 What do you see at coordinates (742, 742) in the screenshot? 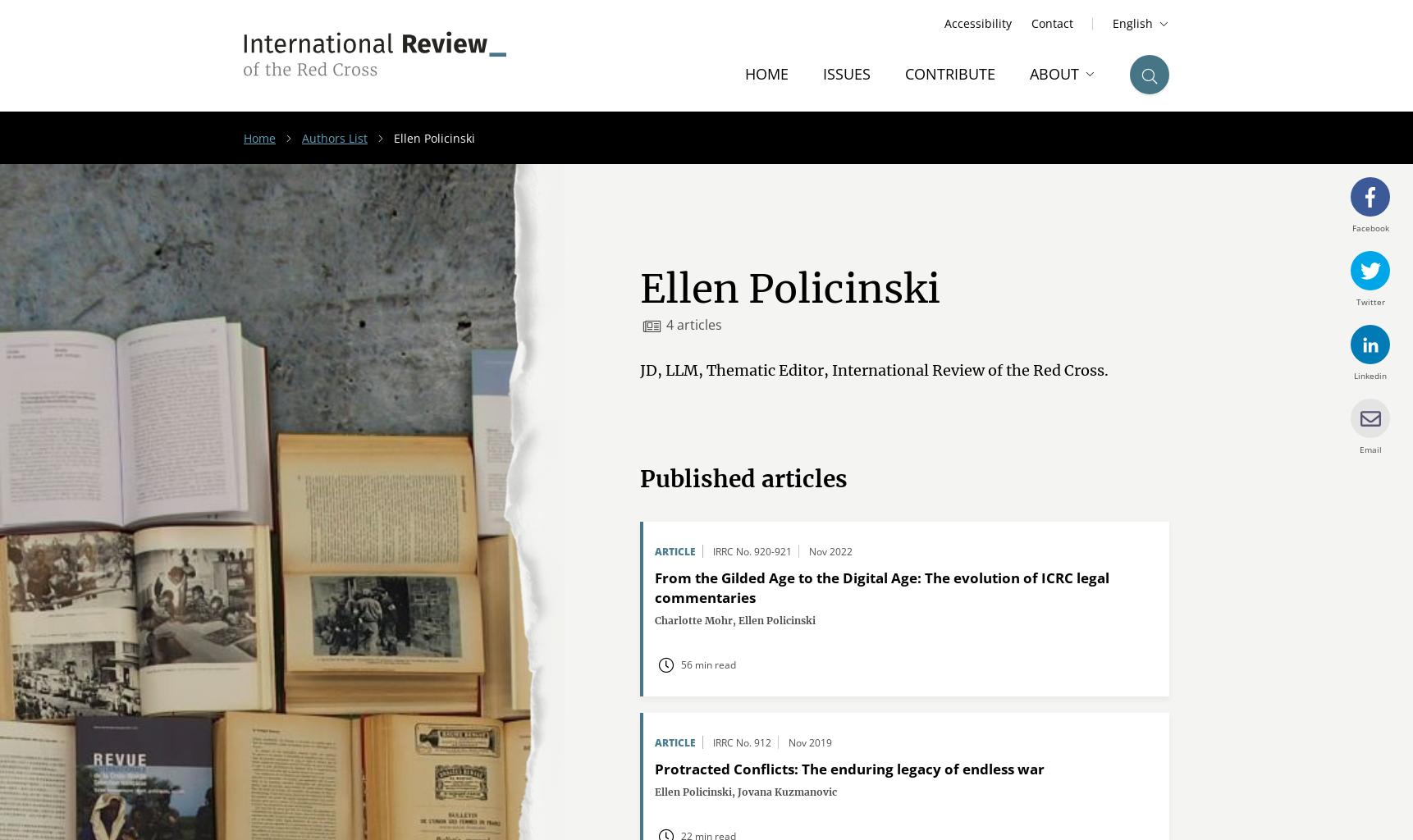
I see `'IRRC No. 912'` at bounding box center [742, 742].